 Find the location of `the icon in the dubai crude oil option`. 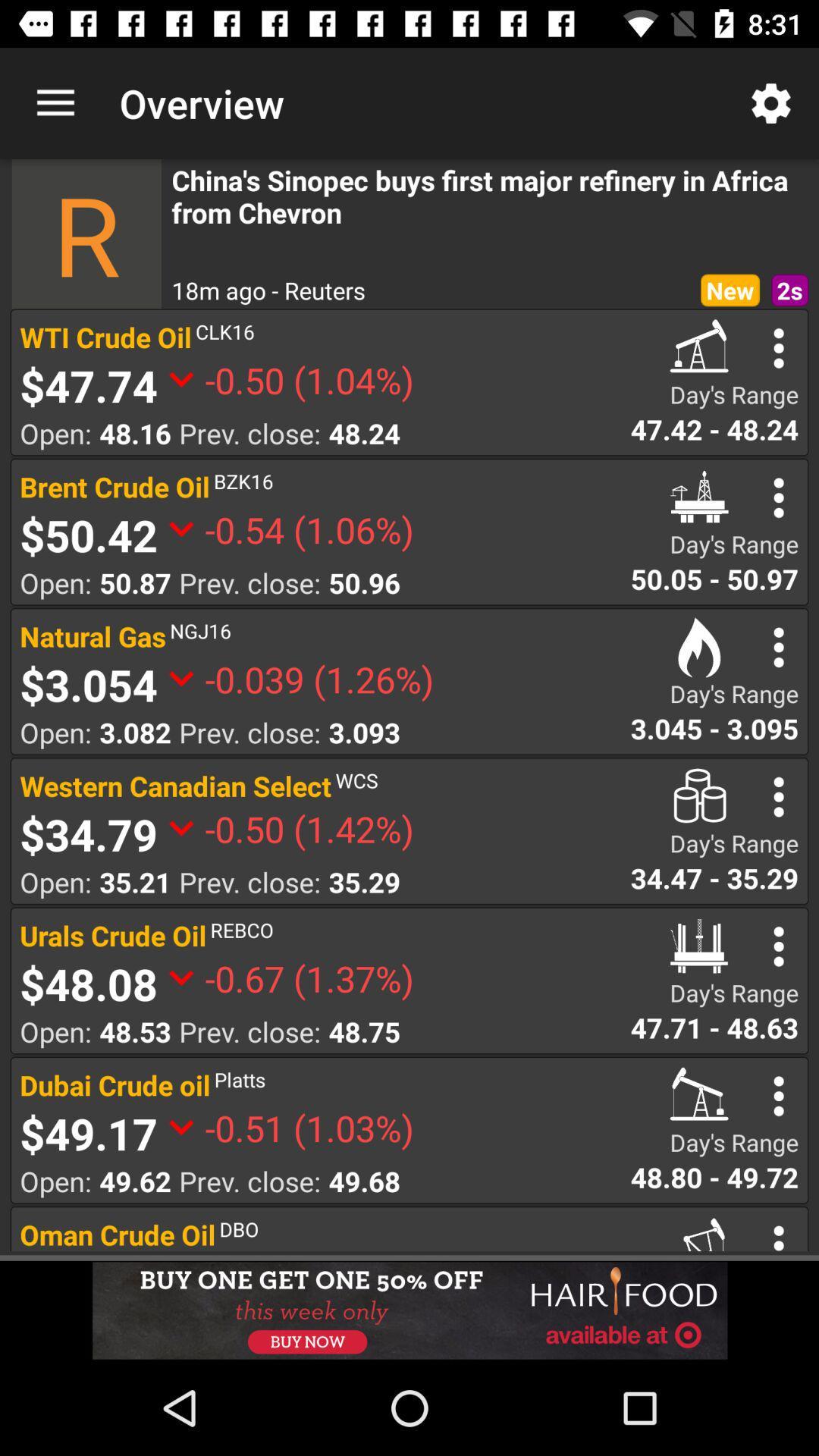

the icon in the dubai crude oil option is located at coordinates (699, 1096).